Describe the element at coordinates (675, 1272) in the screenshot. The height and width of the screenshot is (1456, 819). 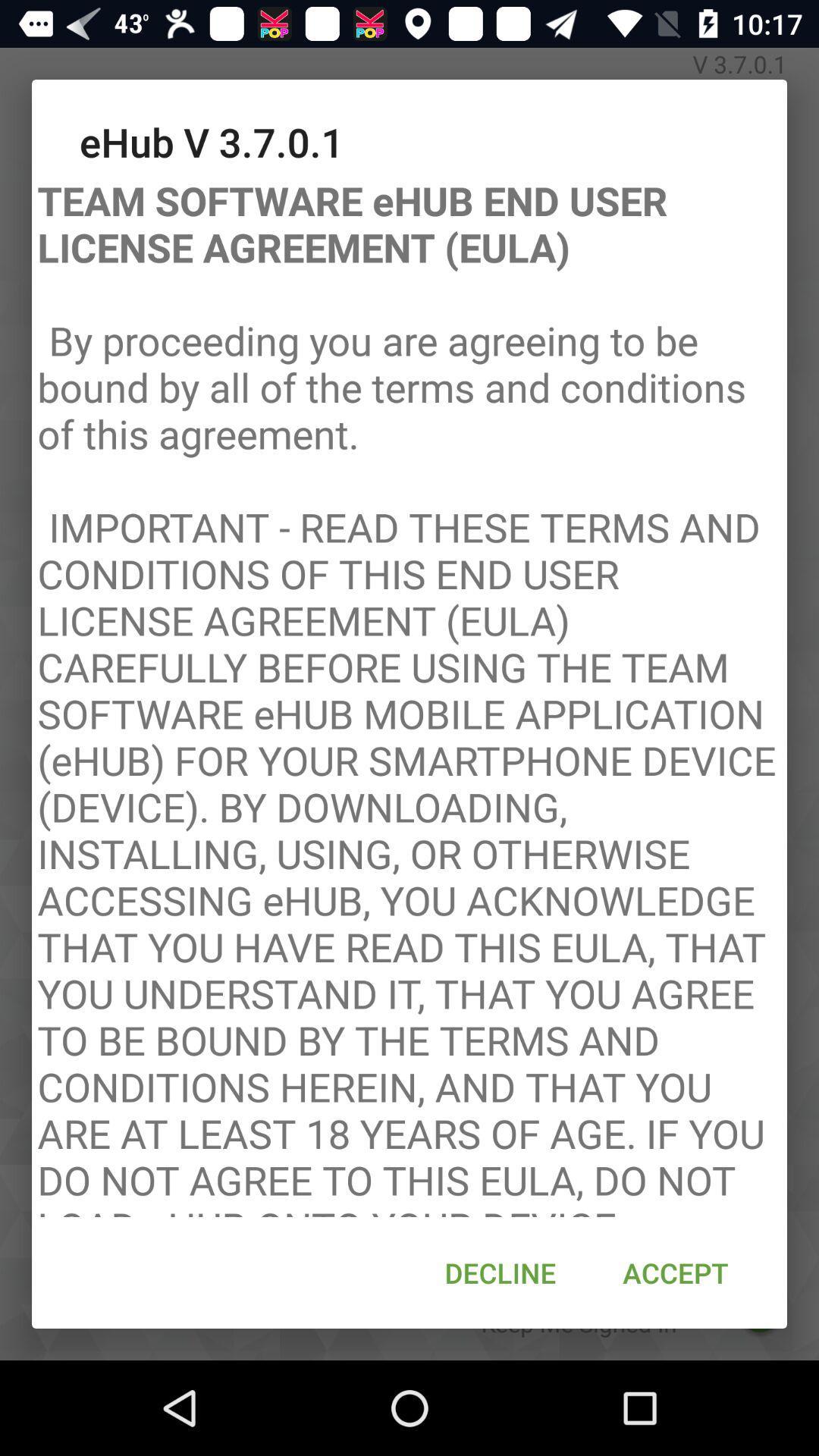
I see `item below the team software ehub` at that location.